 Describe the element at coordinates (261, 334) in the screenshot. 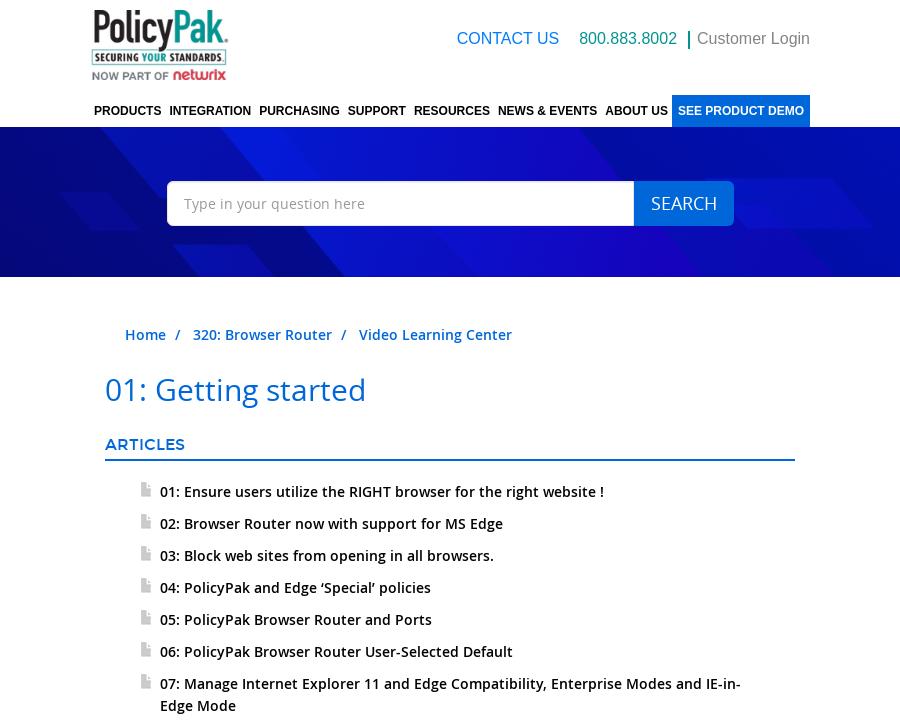

I see `'320: Browser Router'` at that location.